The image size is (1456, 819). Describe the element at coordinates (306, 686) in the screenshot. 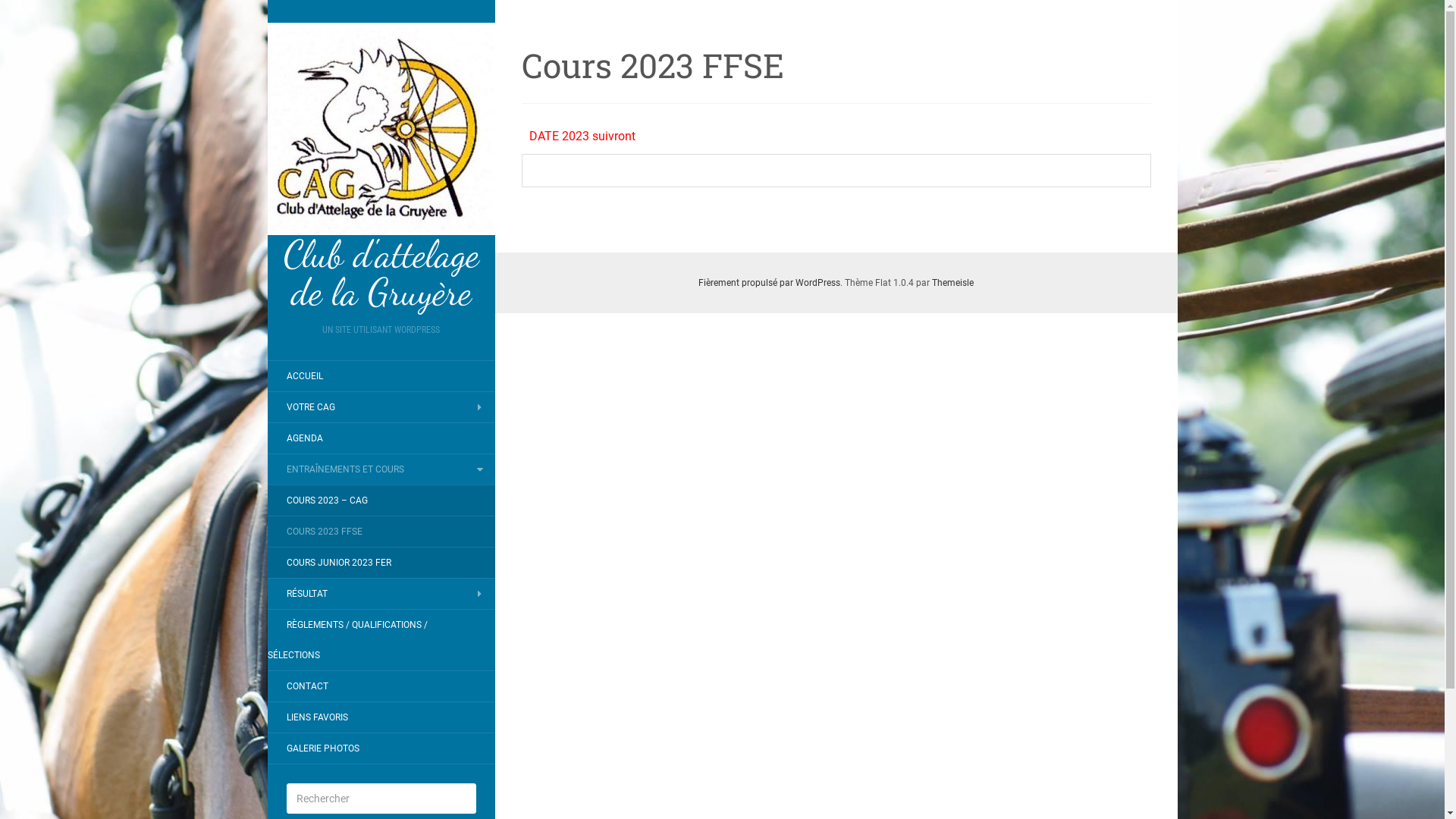

I see `'CONTACT'` at that location.